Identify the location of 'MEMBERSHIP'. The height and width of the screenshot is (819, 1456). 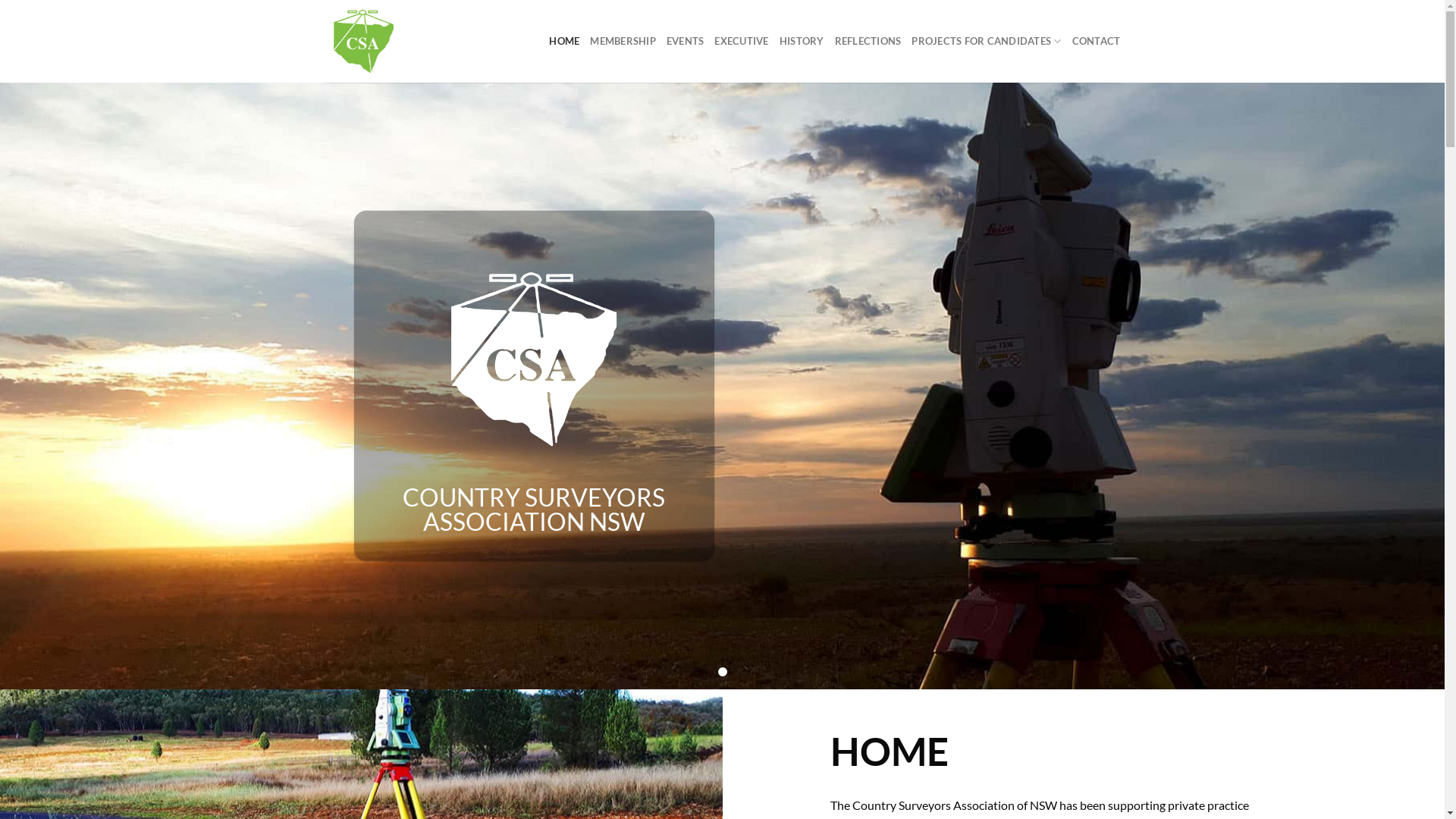
(623, 40).